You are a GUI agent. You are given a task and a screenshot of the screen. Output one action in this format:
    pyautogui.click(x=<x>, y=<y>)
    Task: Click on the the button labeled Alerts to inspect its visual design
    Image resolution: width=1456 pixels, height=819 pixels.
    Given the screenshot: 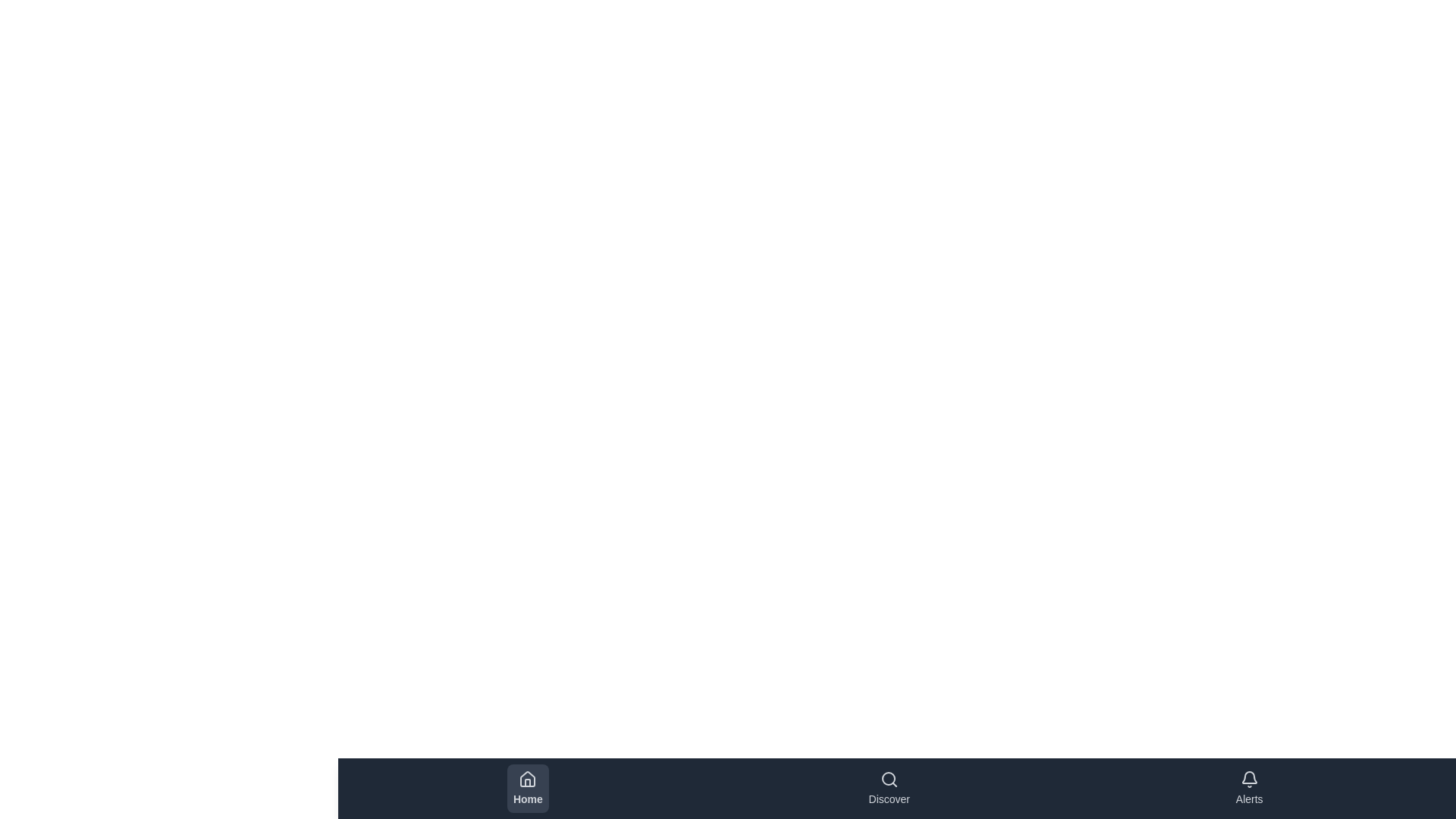 What is the action you would take?
    pyautogui.click(x=1248, y=788)
    